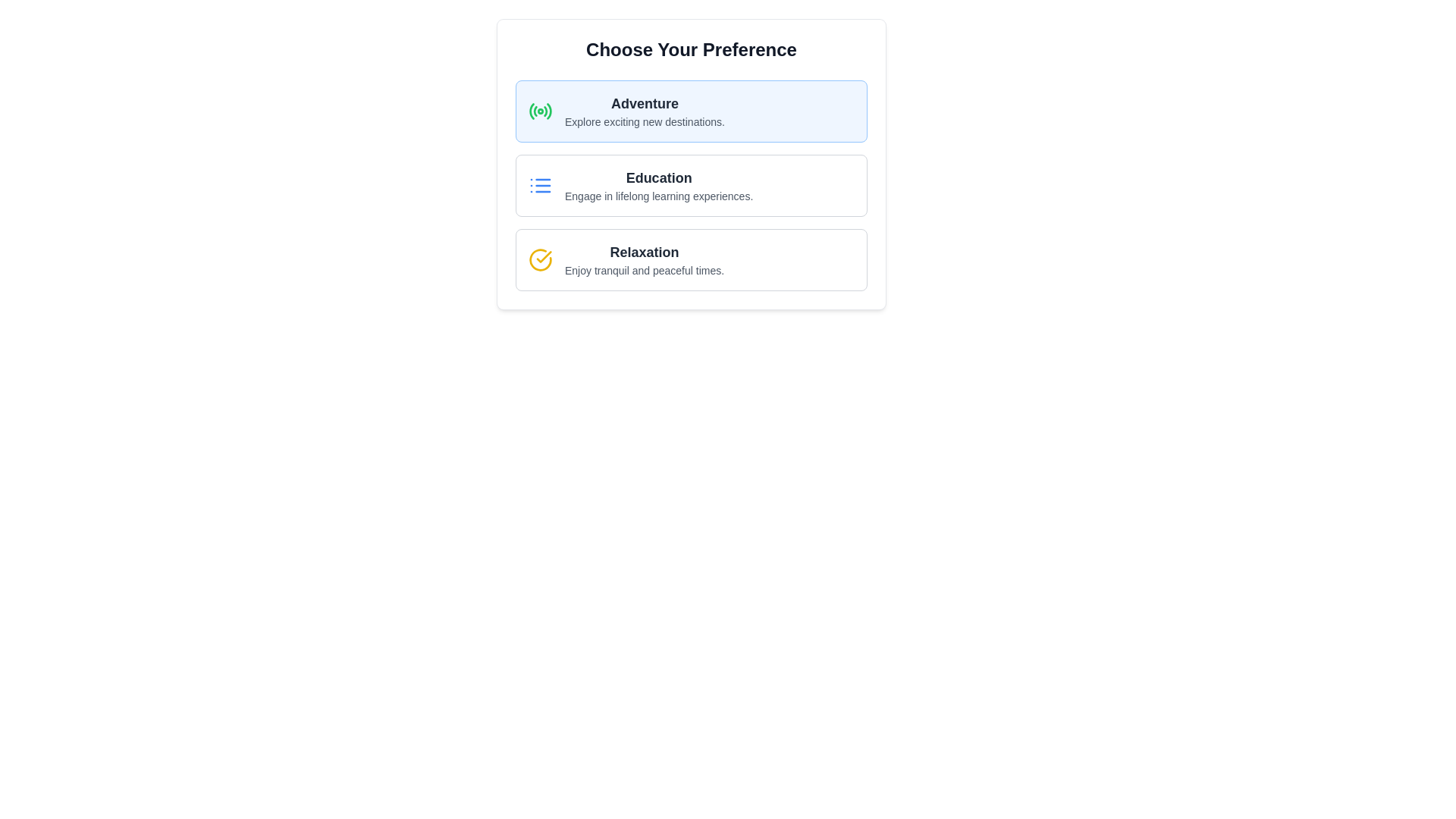  I want to click on the Selectable Menu Card for the theme 'Education', so click(691, 185).